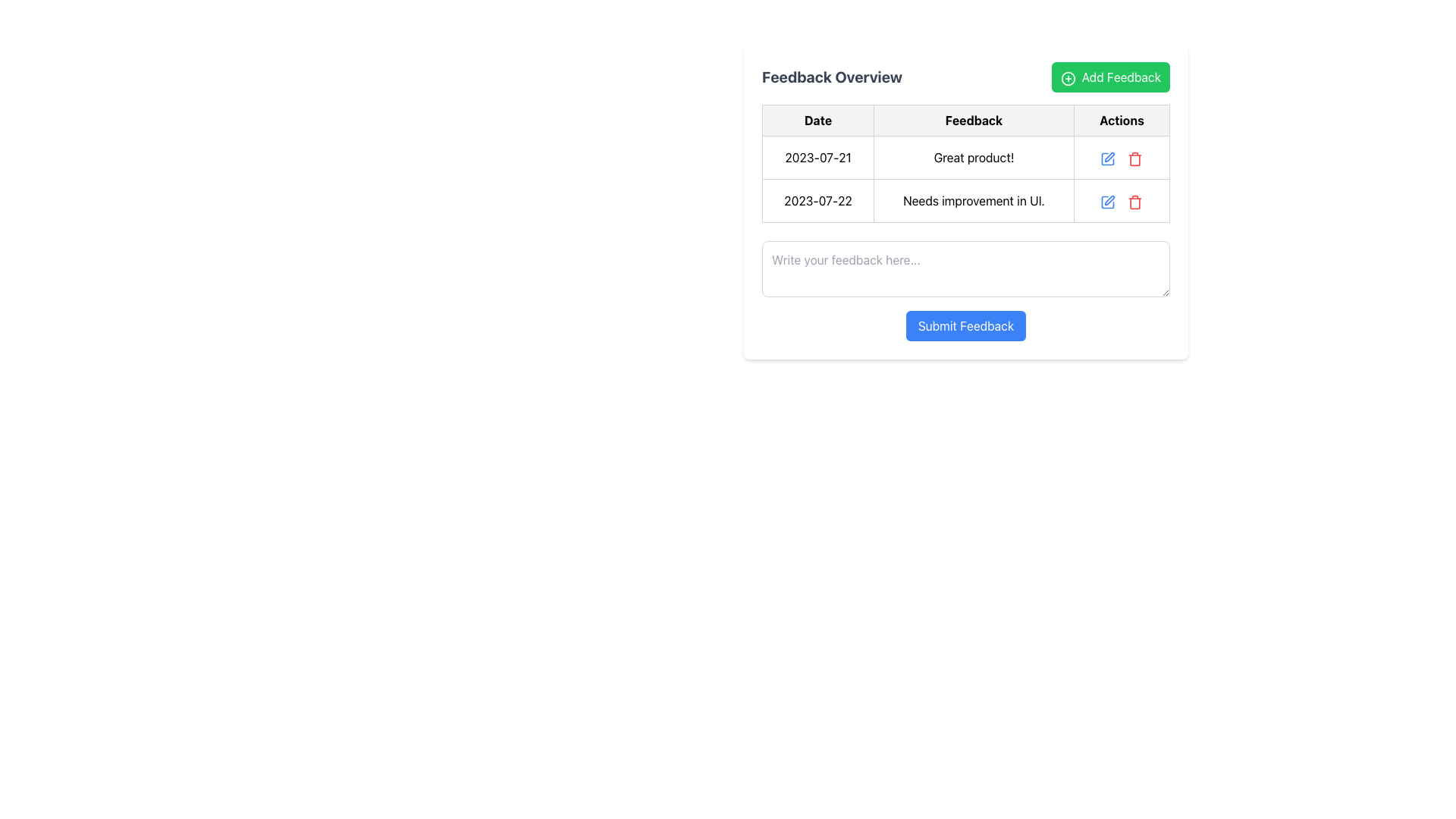  Describe the element at coordinates (817, 200) in the screenshot. I see `the table cell displaying the date '2023-07-22' which is styled with a white background and a thin gray border, located in the second row under the 'Date' column` at that location.